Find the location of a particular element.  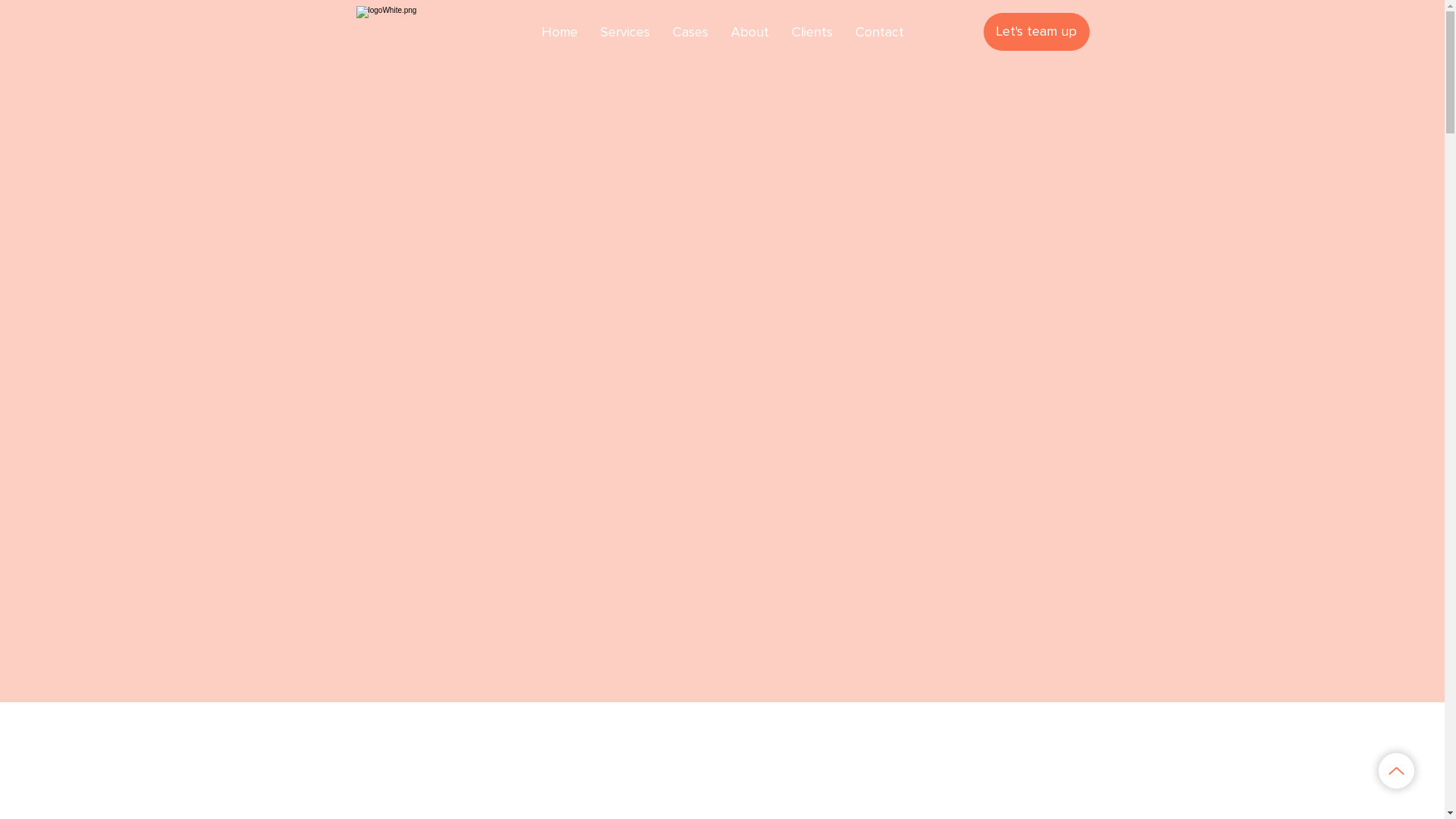

'Let's team up' is located at coordinates (983, 32).